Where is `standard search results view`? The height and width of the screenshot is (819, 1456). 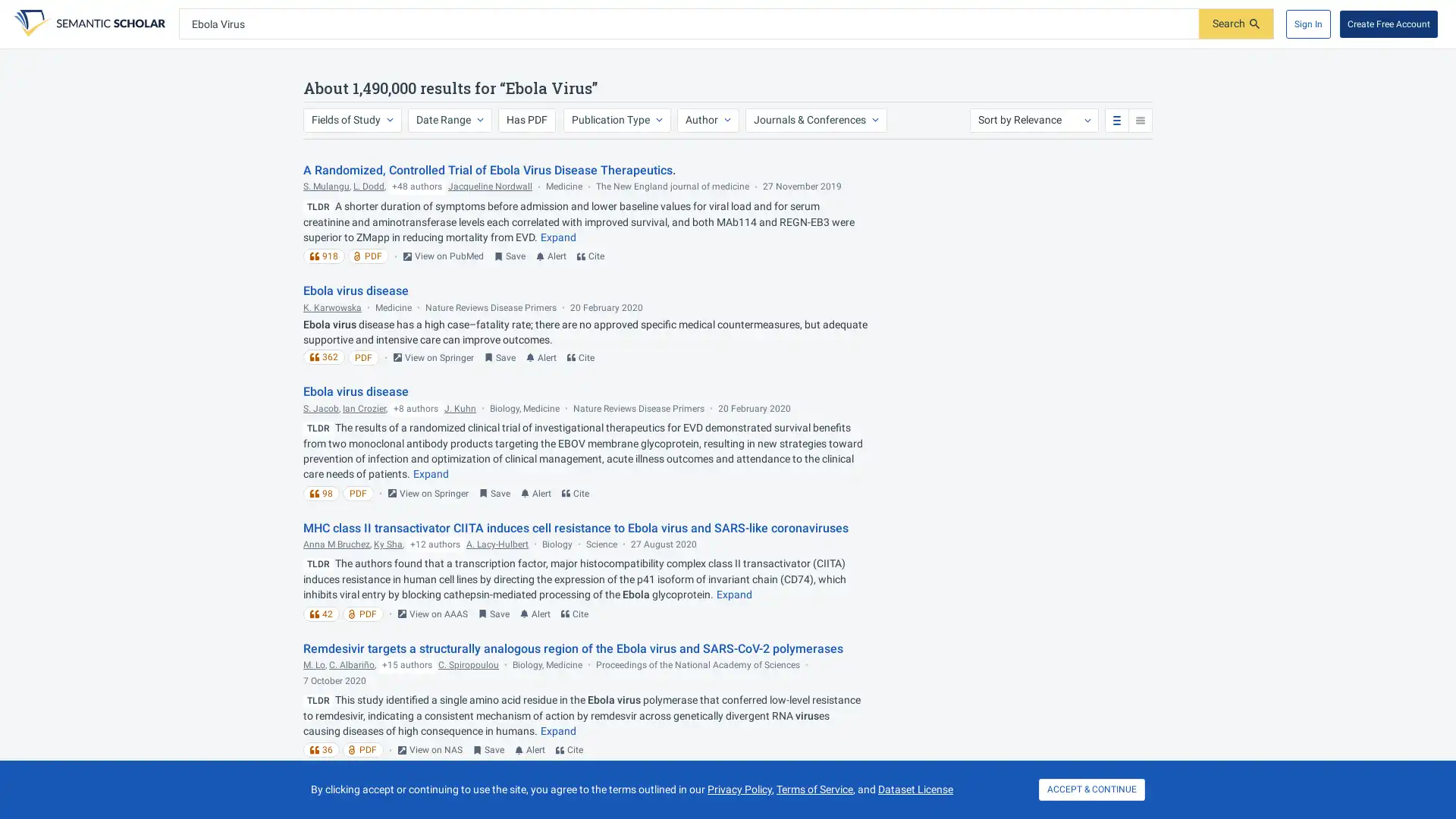 standard search results view is located at coordinates (1117, 119).